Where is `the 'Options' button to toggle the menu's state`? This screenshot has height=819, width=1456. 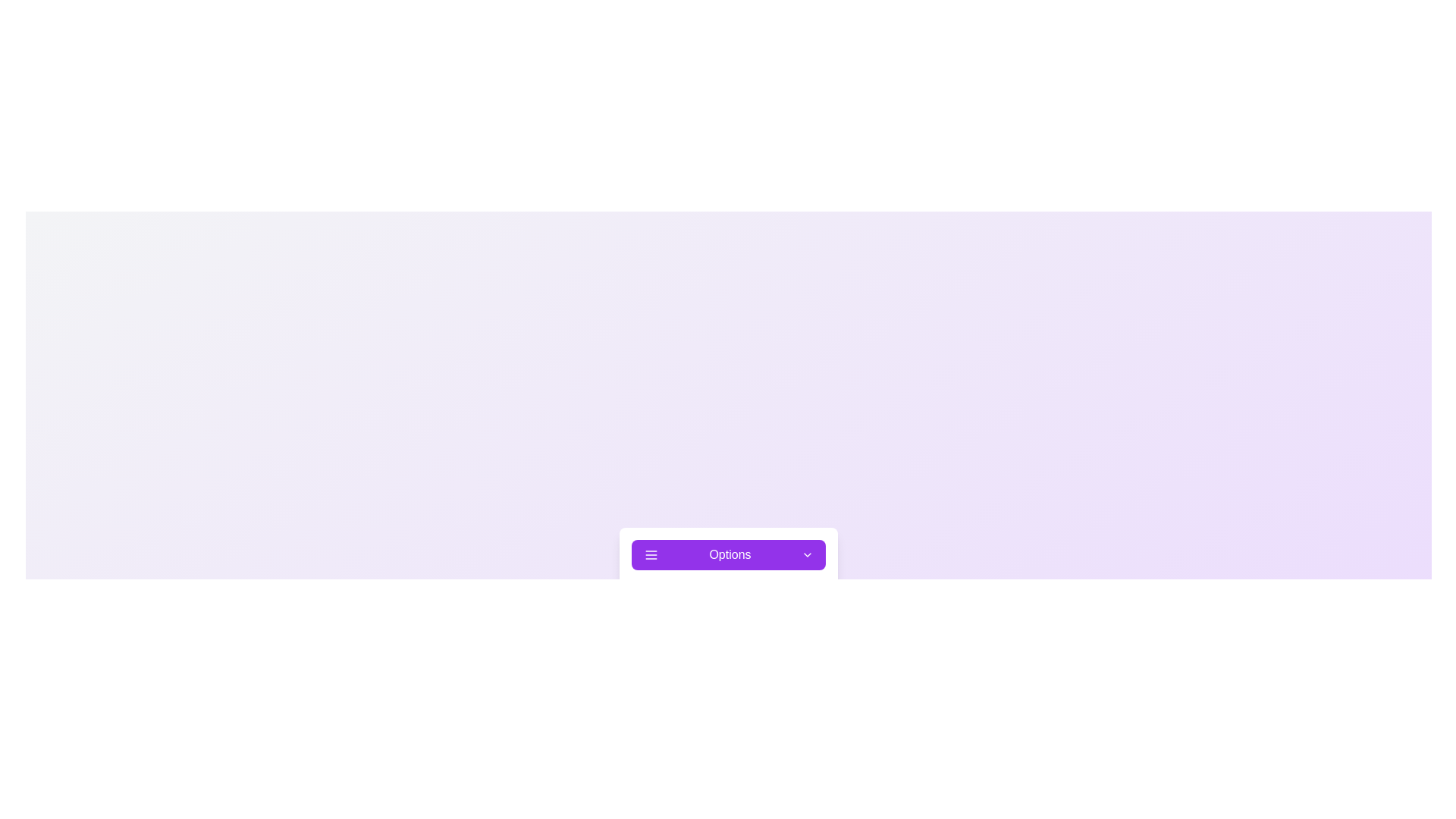 the 'Options' button to toggle the menu's state is located at coordinates (728, 554).